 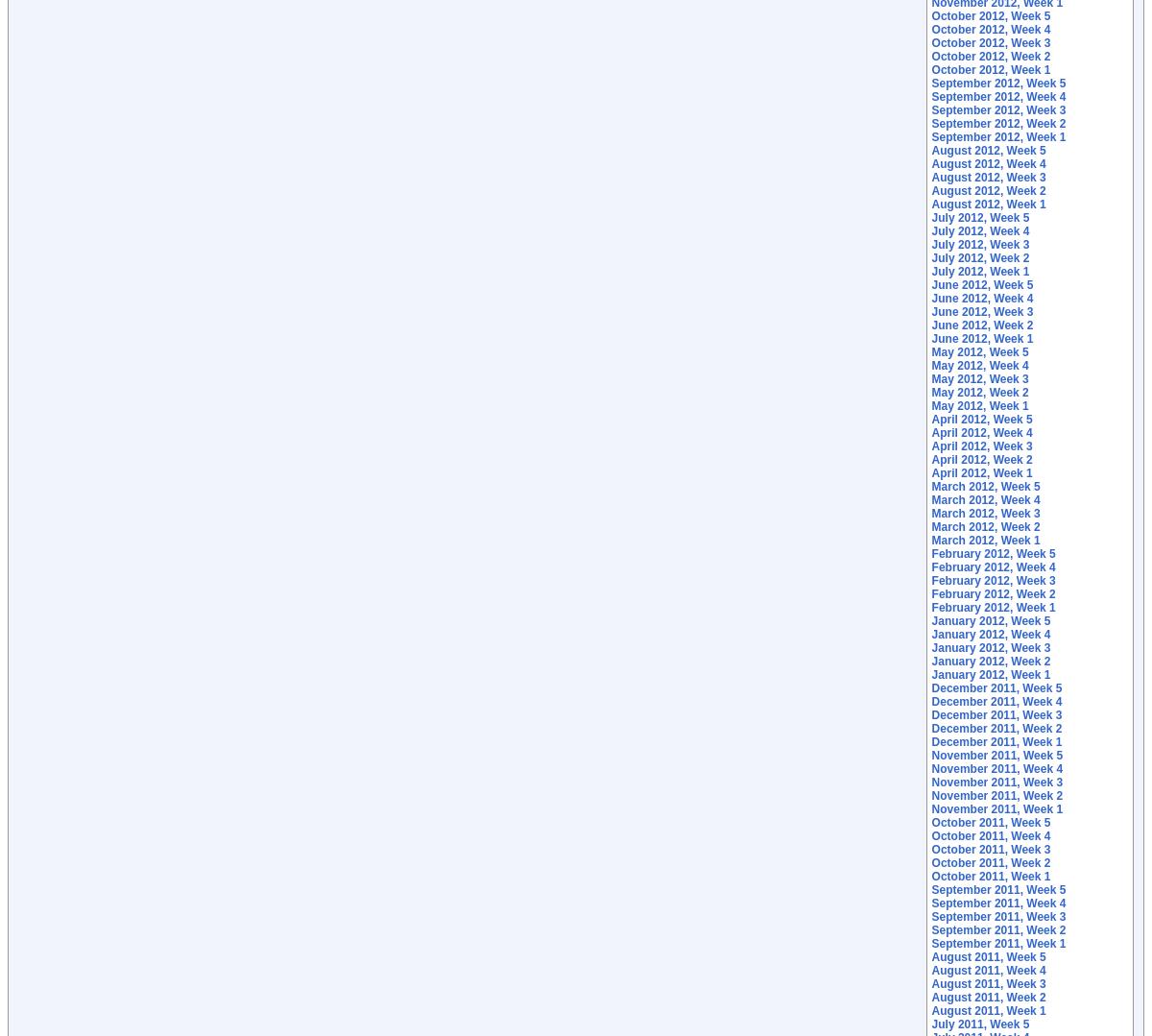 I want to click on 'August 2011, Week 1', so click(x=988, y=1009).